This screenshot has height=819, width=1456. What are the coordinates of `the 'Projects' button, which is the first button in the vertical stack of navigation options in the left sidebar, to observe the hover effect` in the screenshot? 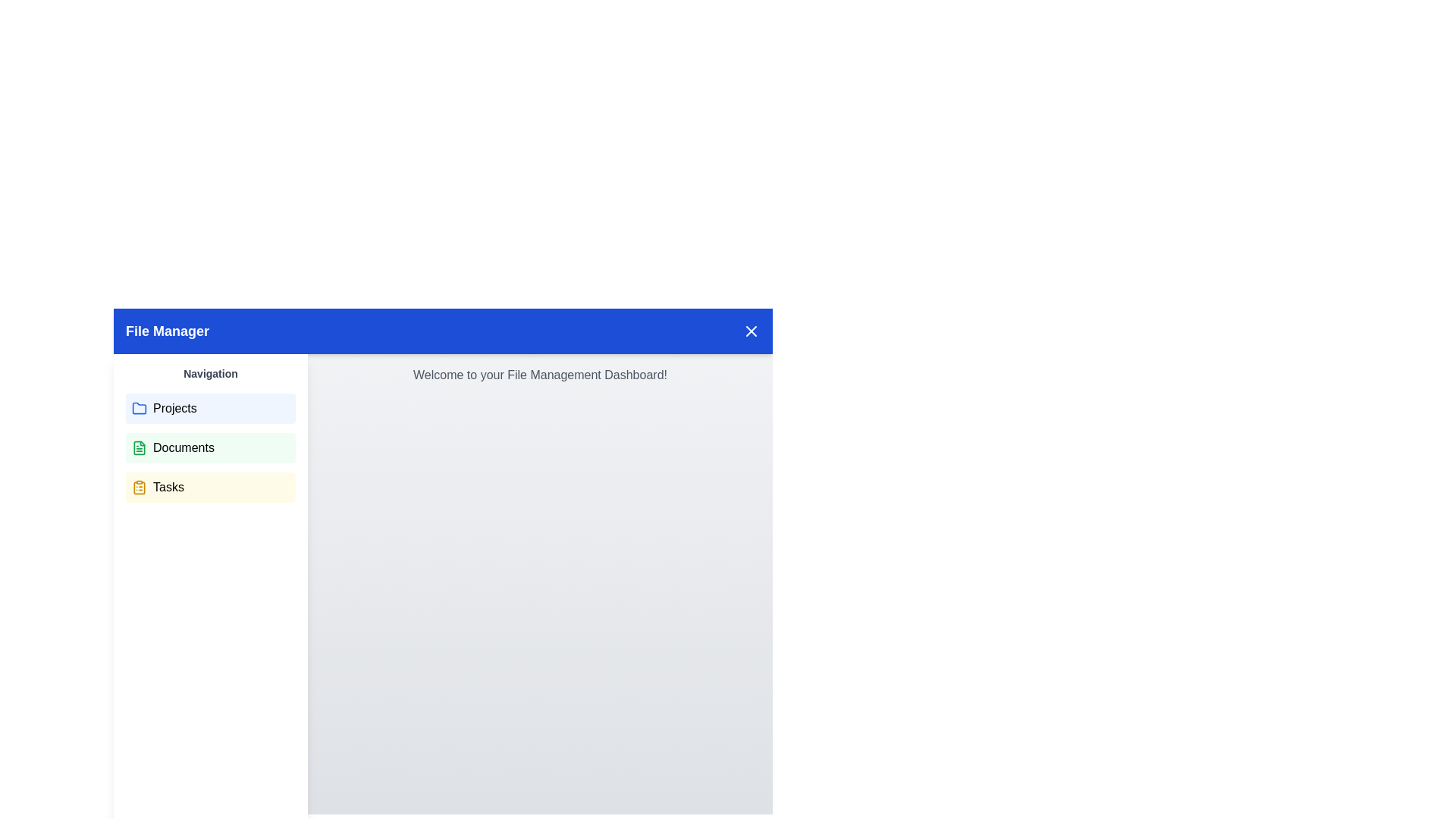 It's located at (210, 408).